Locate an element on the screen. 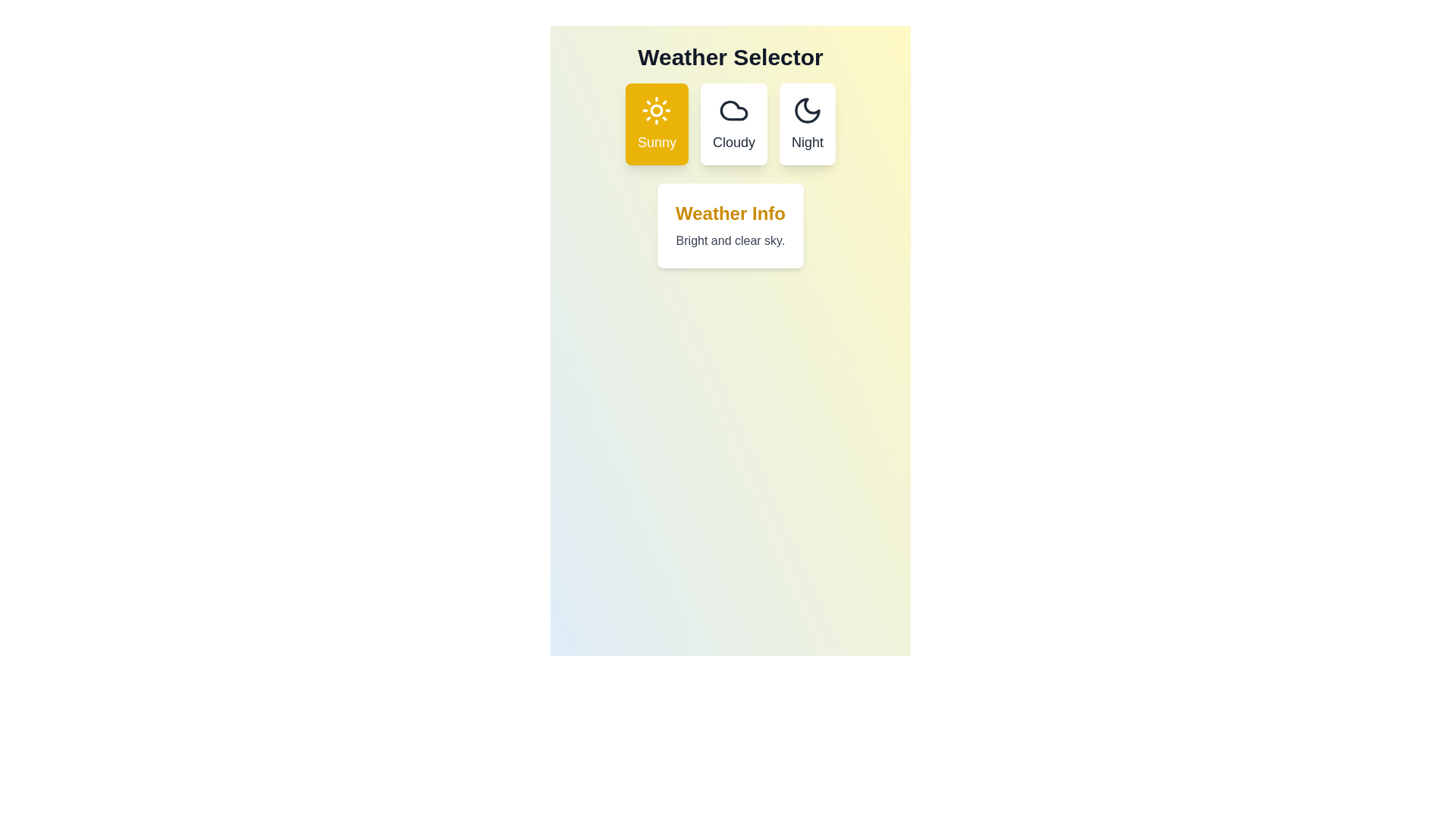 Image resolution: width=1456 pixels, height=819 pixels. the weather button corresponding to Cloudy to observe the animation effect is located at coordinates (734, 124).